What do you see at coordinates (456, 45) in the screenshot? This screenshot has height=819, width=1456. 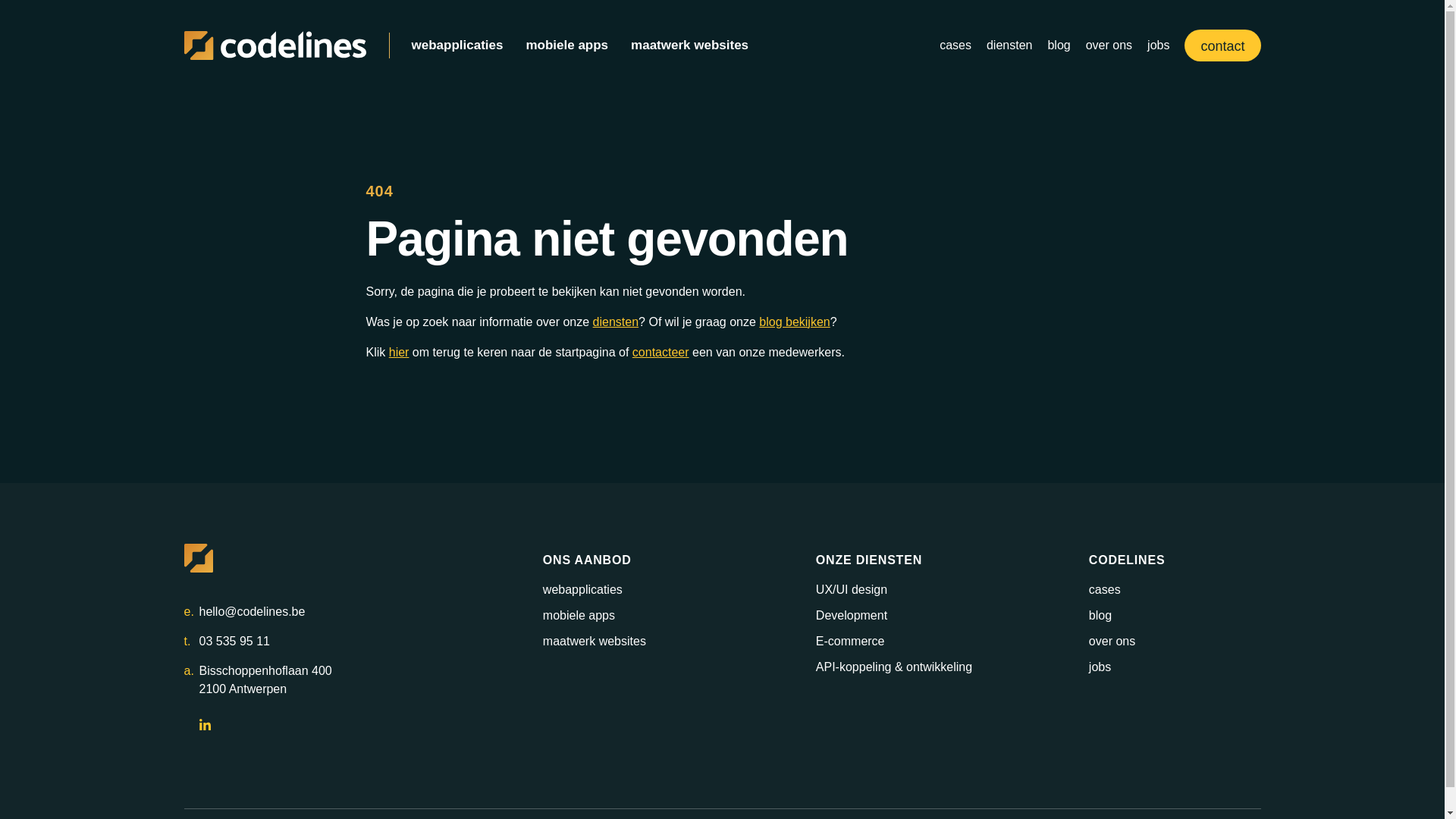 I see `'webapplicaties'` at bounding box center [456, 45].